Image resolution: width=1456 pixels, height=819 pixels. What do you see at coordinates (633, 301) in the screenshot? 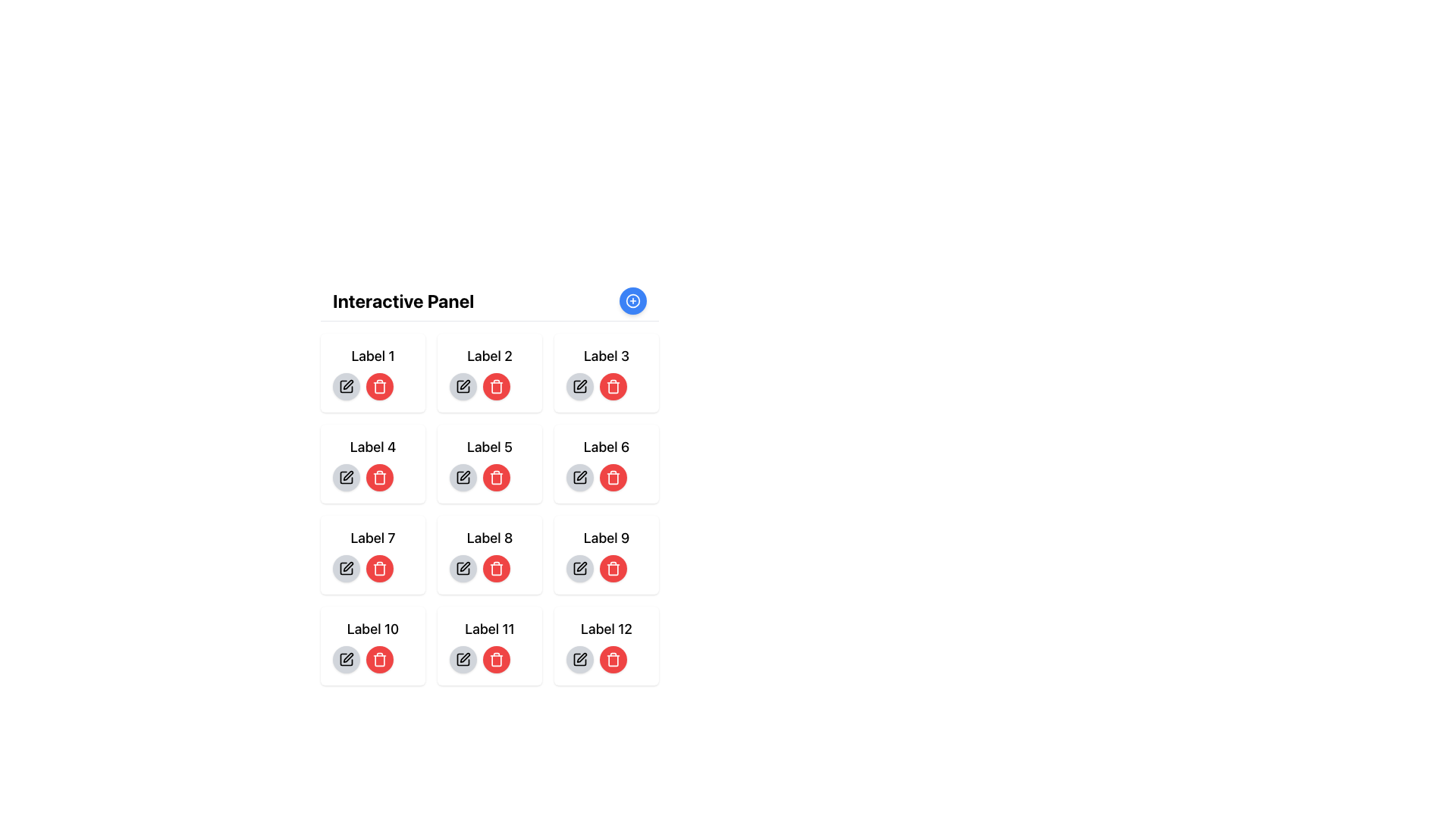
I see `the Icon Button located at the top-right corner of the interface` at bounding box center [633, 301].